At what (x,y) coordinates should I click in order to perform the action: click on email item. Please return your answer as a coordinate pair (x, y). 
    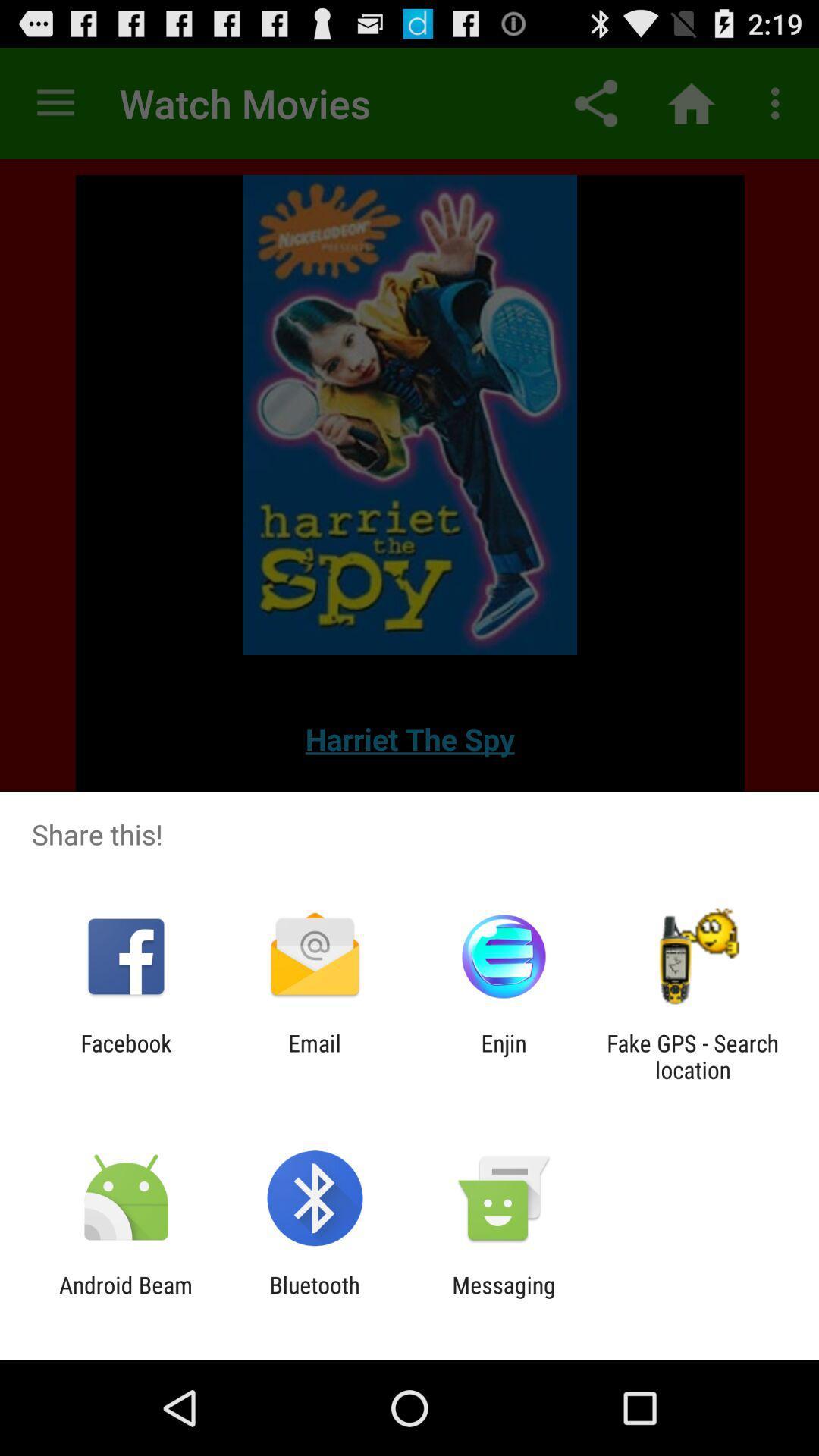
    Looking at the image, I should click on (314, 1056).